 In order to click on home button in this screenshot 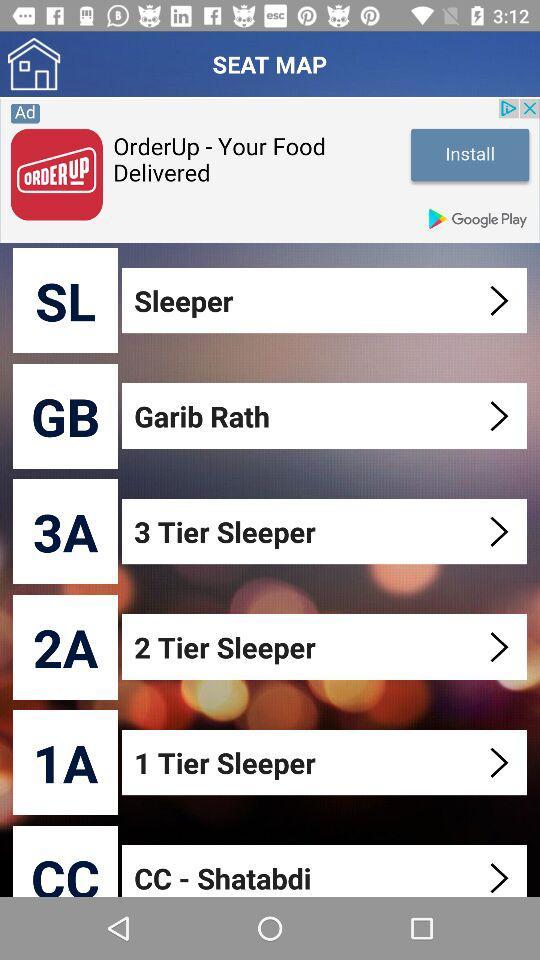, I will do `click(33, 64)`.